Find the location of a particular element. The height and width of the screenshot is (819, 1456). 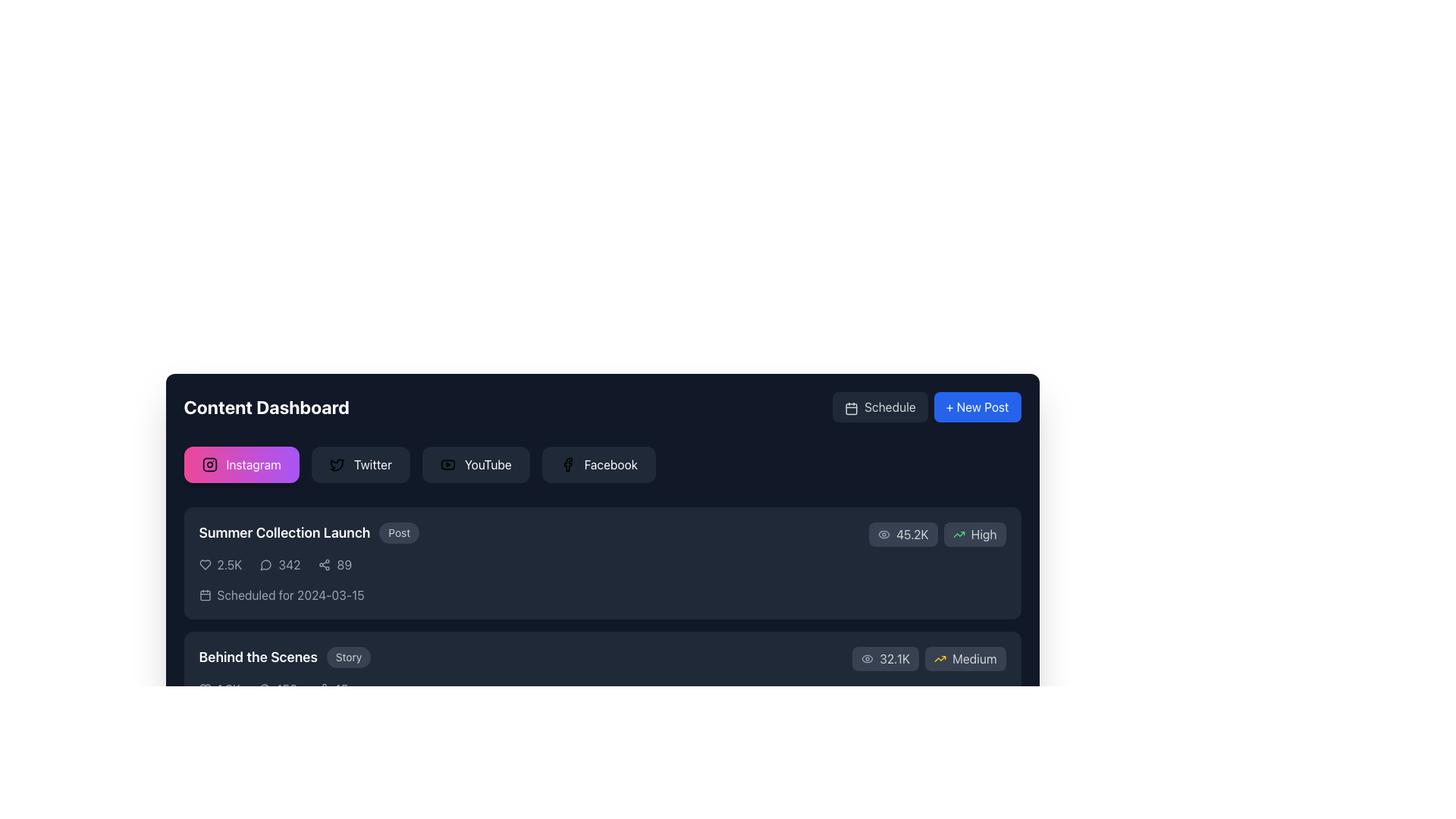

the Facebook icon, which is a small vector icon resembling the Facebook logo with a distinct 'f' shape, located within the fourth social media button preceding the text label 'Facebook' is located at coordinates (566, 464).